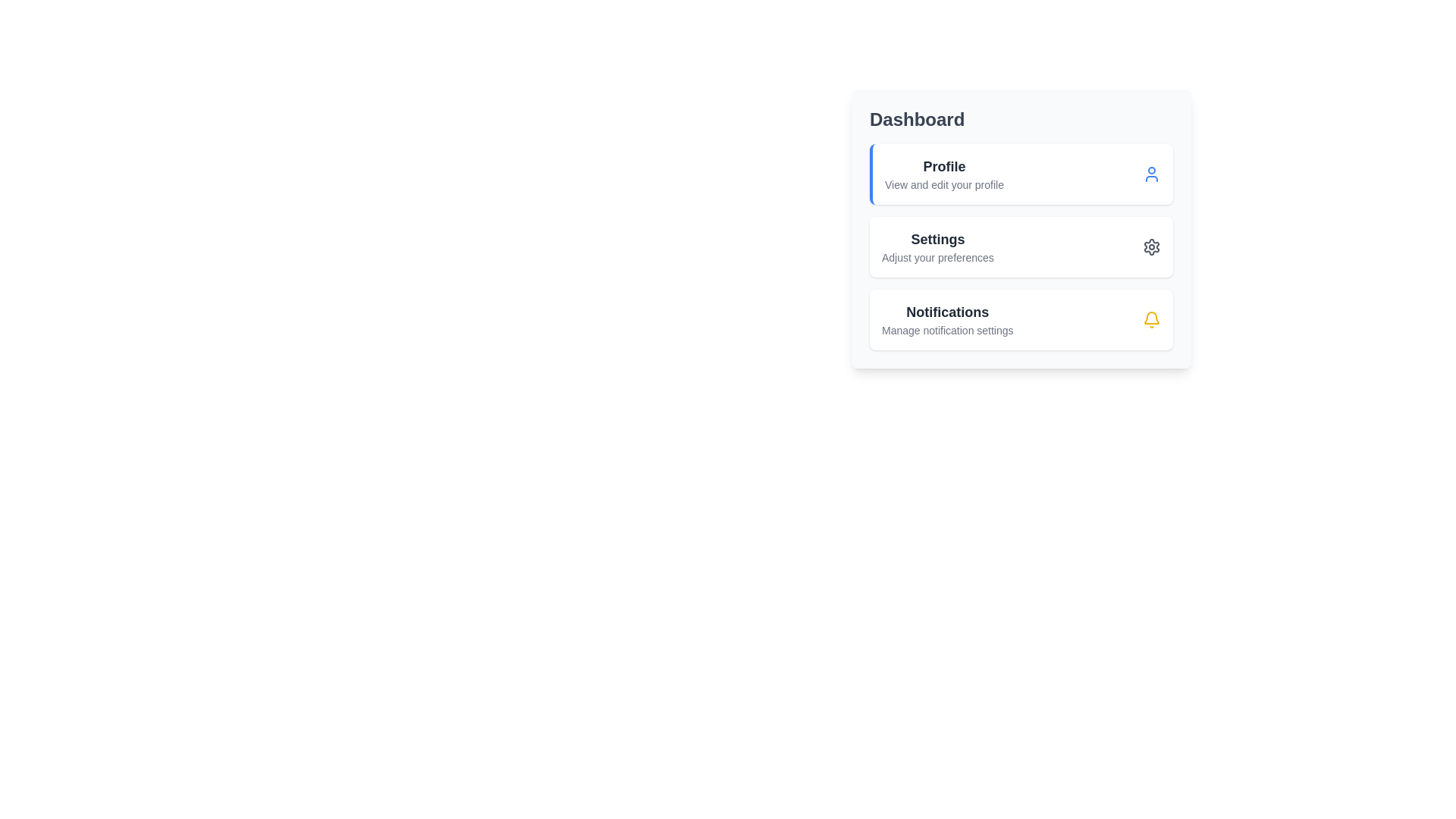  What do you see at coordinates (1151, 246) in the screenshot?
I see `the 'Settings' icon in the vertical navigation menu` at bounding box center [1151, 246].